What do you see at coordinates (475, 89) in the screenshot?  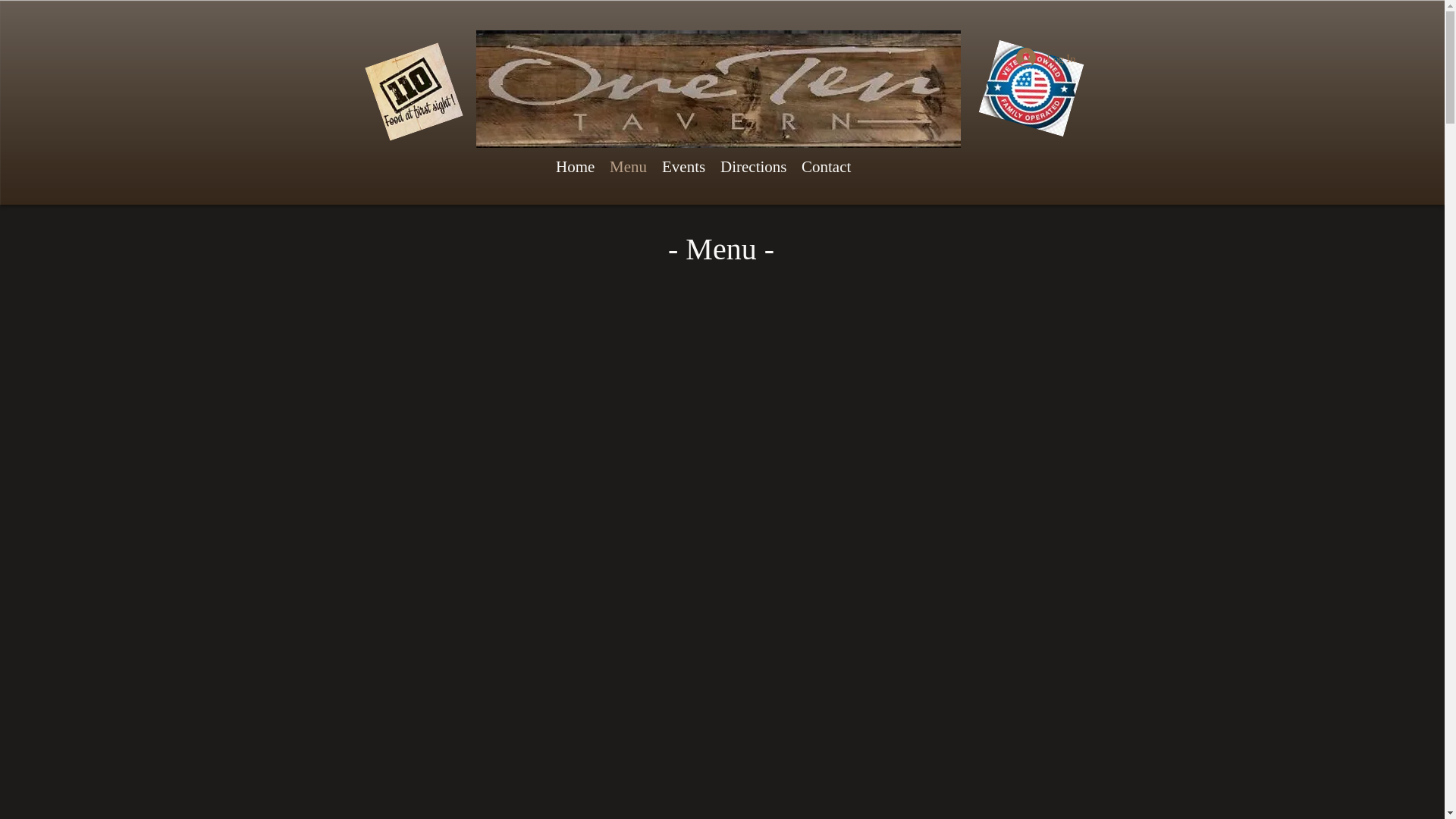 I see `'OTT Logo.jpg'` at bounding box center [475, 89].